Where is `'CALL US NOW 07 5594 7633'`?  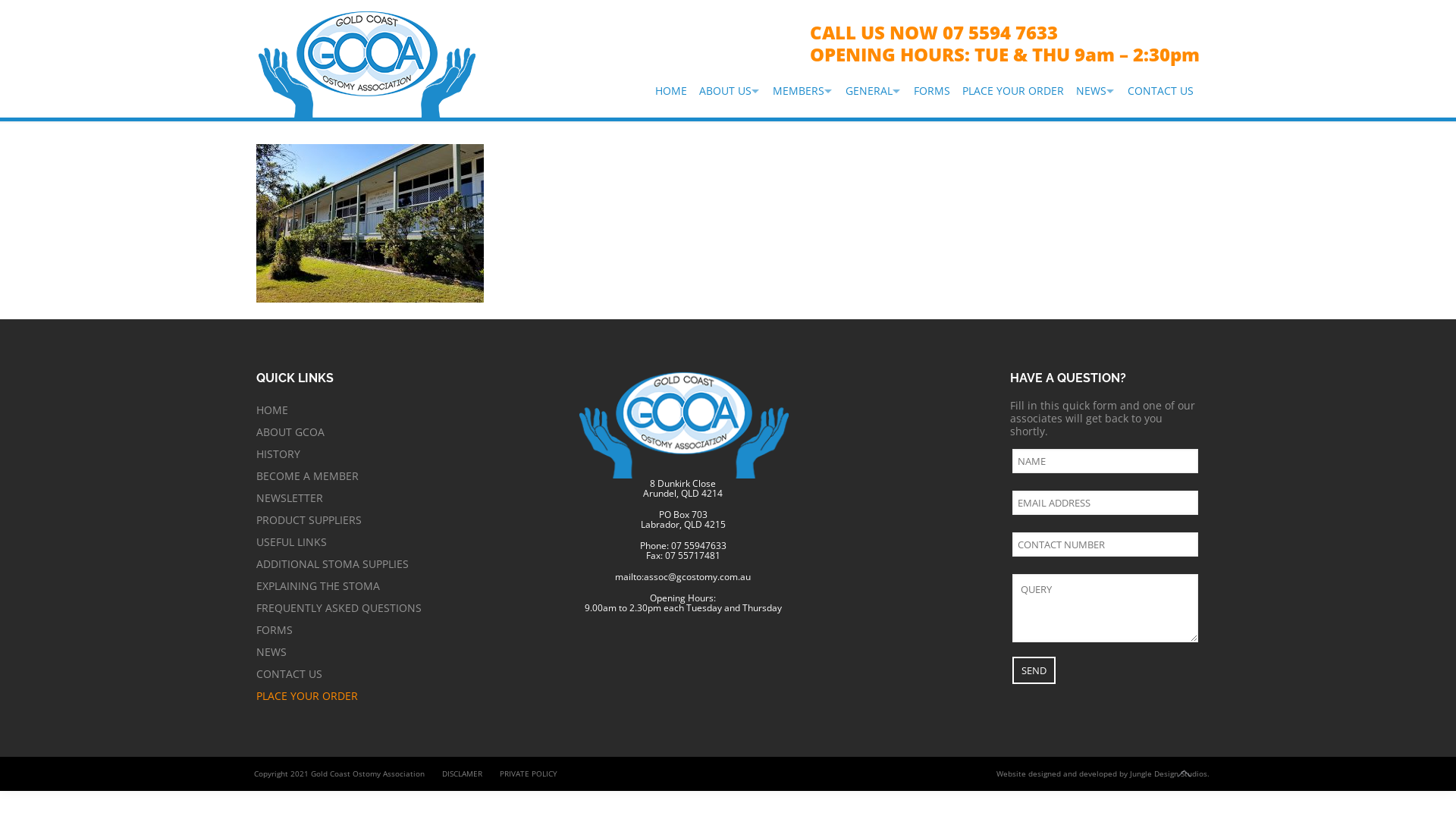 'CALL US NOW 07 5594 7633' is located at coordinates (933, 32).